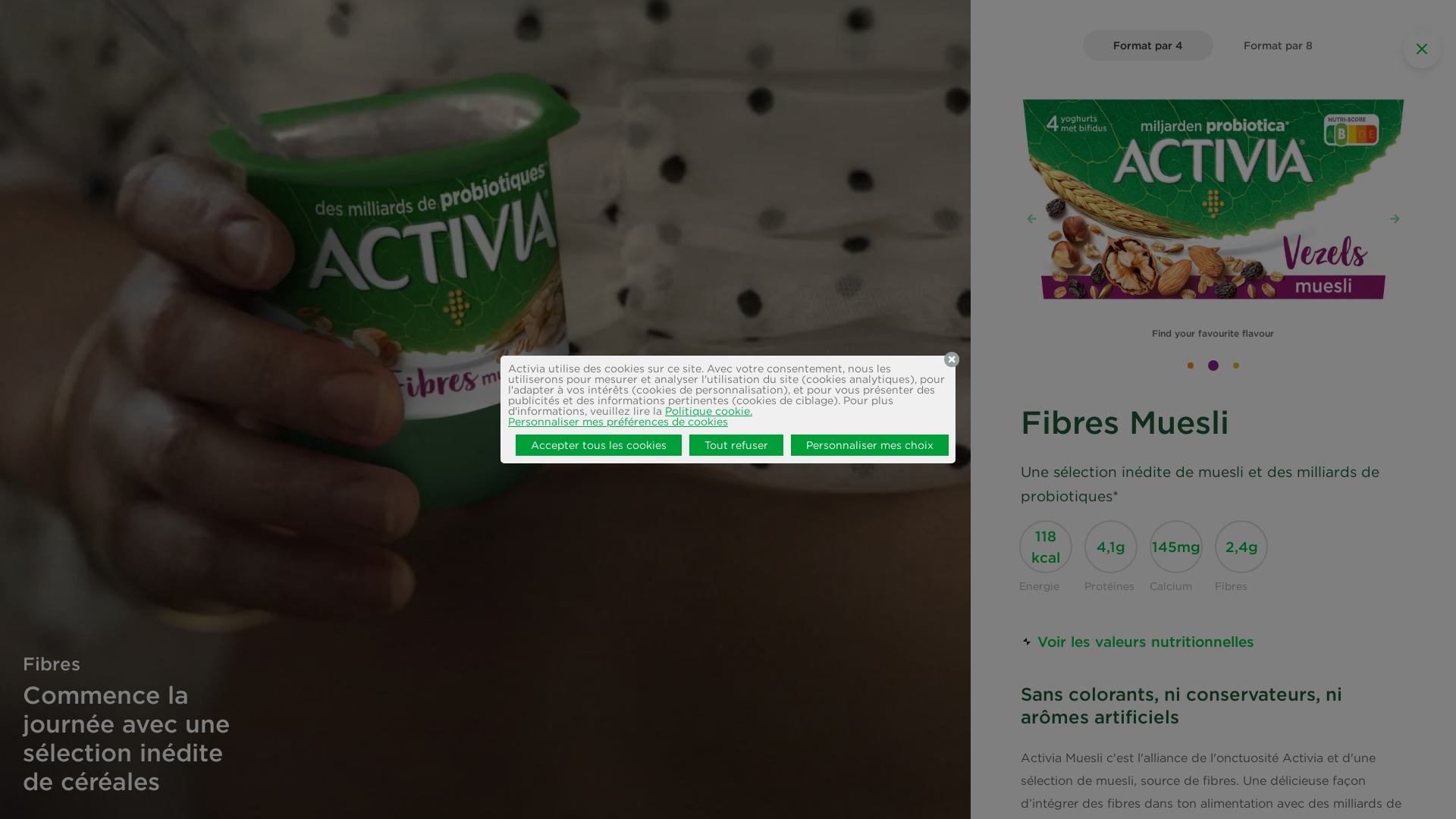 This screenshot has width=1456, height=819. Describe the element at coordinates (735, 444) in the screenshot. I see `'Tout refuser'` at that location.